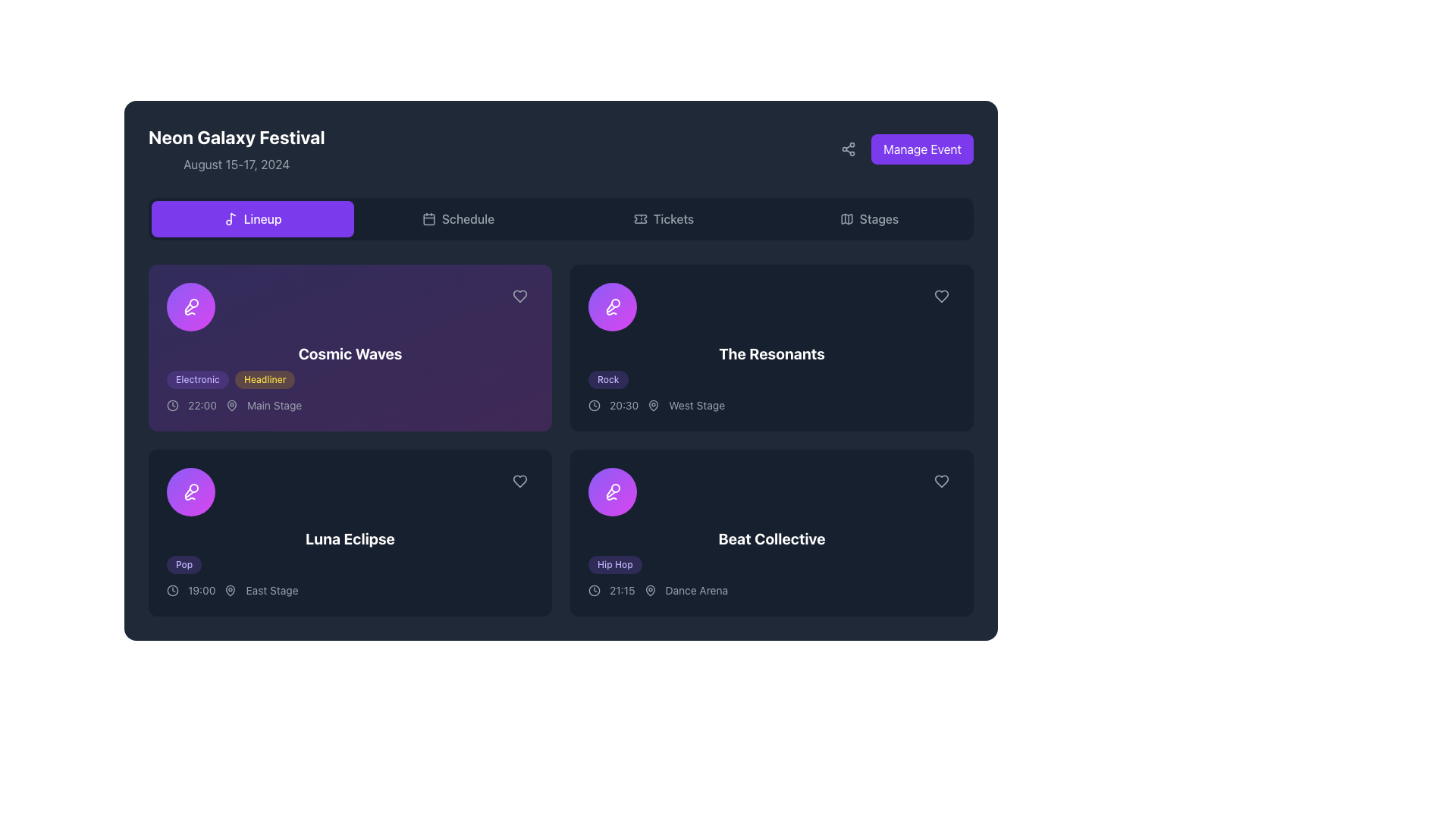  Describe the element at coordinates (941, 482) in the screenshot. I see `the Heart Icon located in the bottom-right region of the 'Beat Collective' event card` at that location.